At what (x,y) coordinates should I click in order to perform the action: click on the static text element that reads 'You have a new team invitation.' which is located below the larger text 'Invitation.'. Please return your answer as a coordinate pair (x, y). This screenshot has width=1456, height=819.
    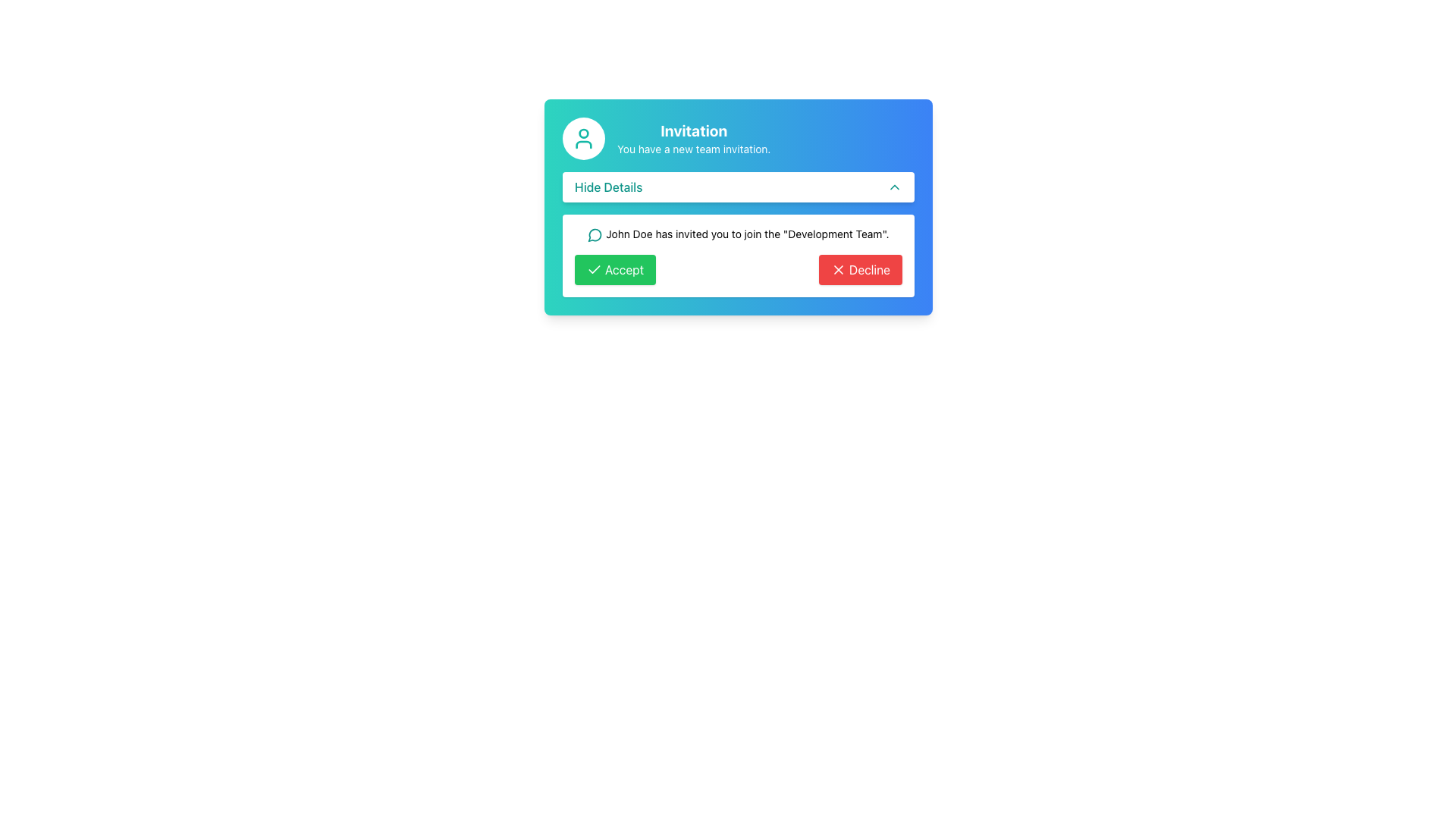
    Looking at the image, I should click on (693, 149).